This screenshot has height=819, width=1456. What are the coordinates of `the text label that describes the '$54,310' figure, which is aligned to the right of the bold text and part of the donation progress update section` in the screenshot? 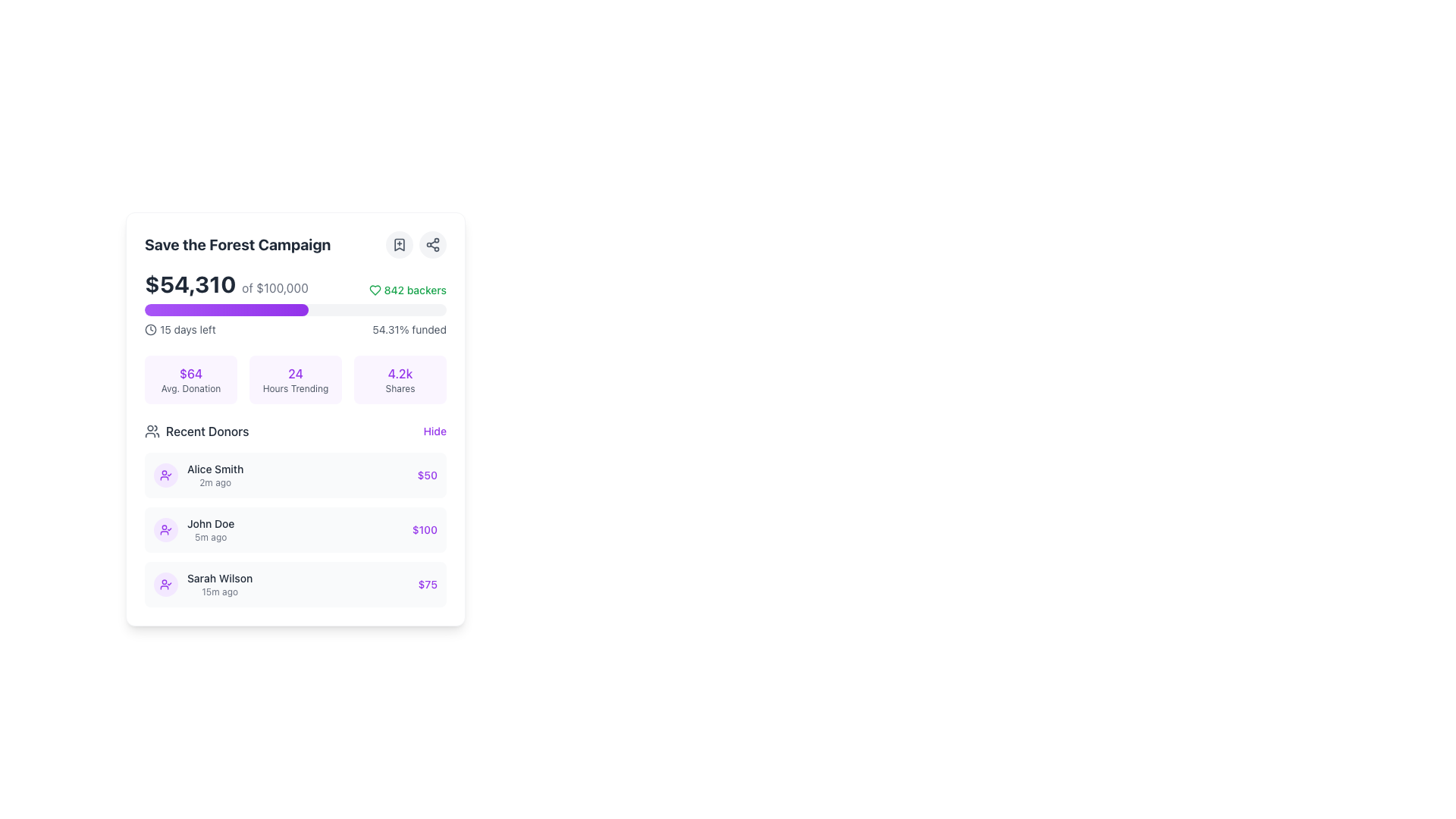 It's located at (275, 288).